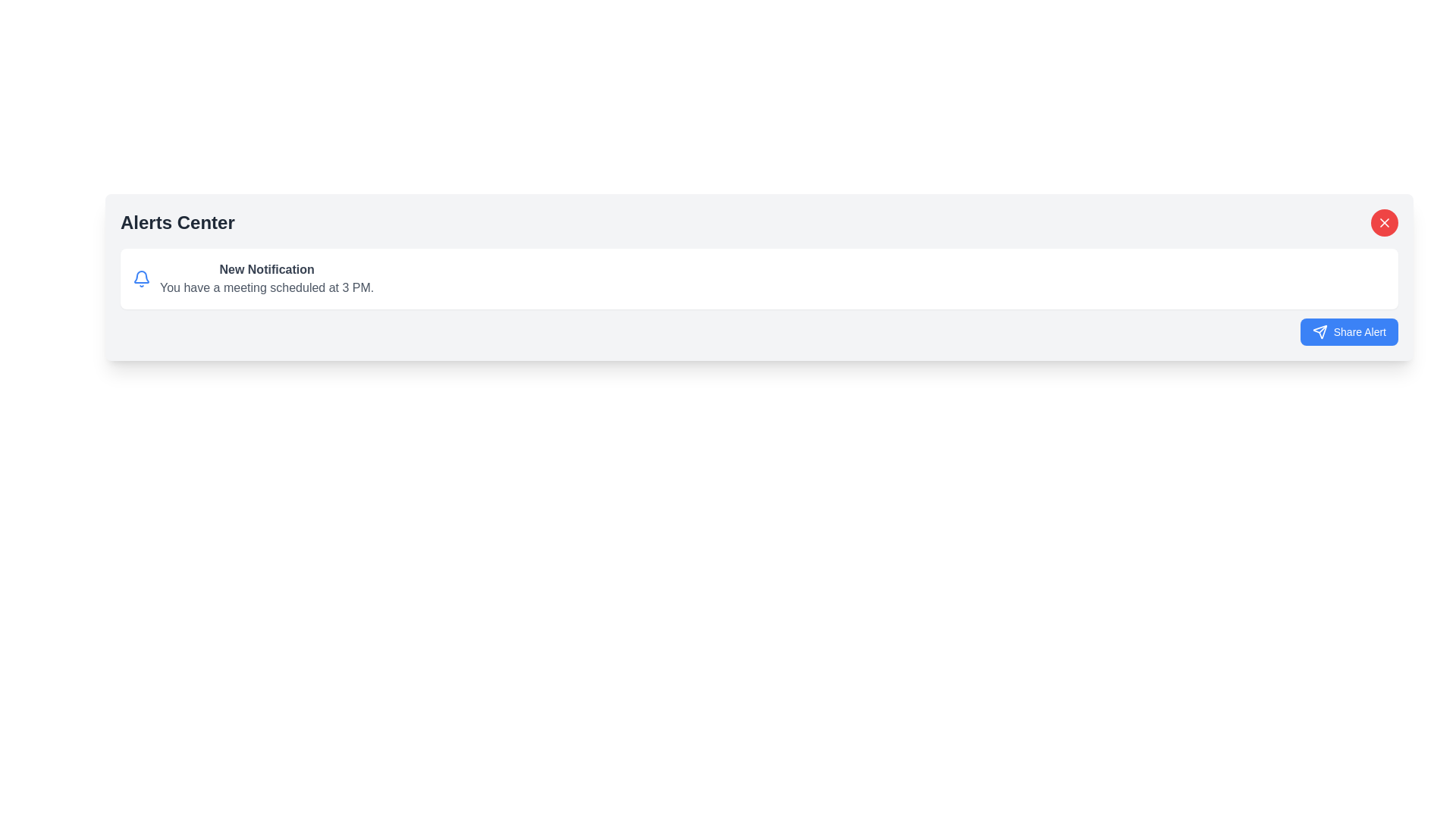  I want to click on the close icon button with a red background and white 'X' symbol located at the top-right corner of the notification card, so click(1384, 222).